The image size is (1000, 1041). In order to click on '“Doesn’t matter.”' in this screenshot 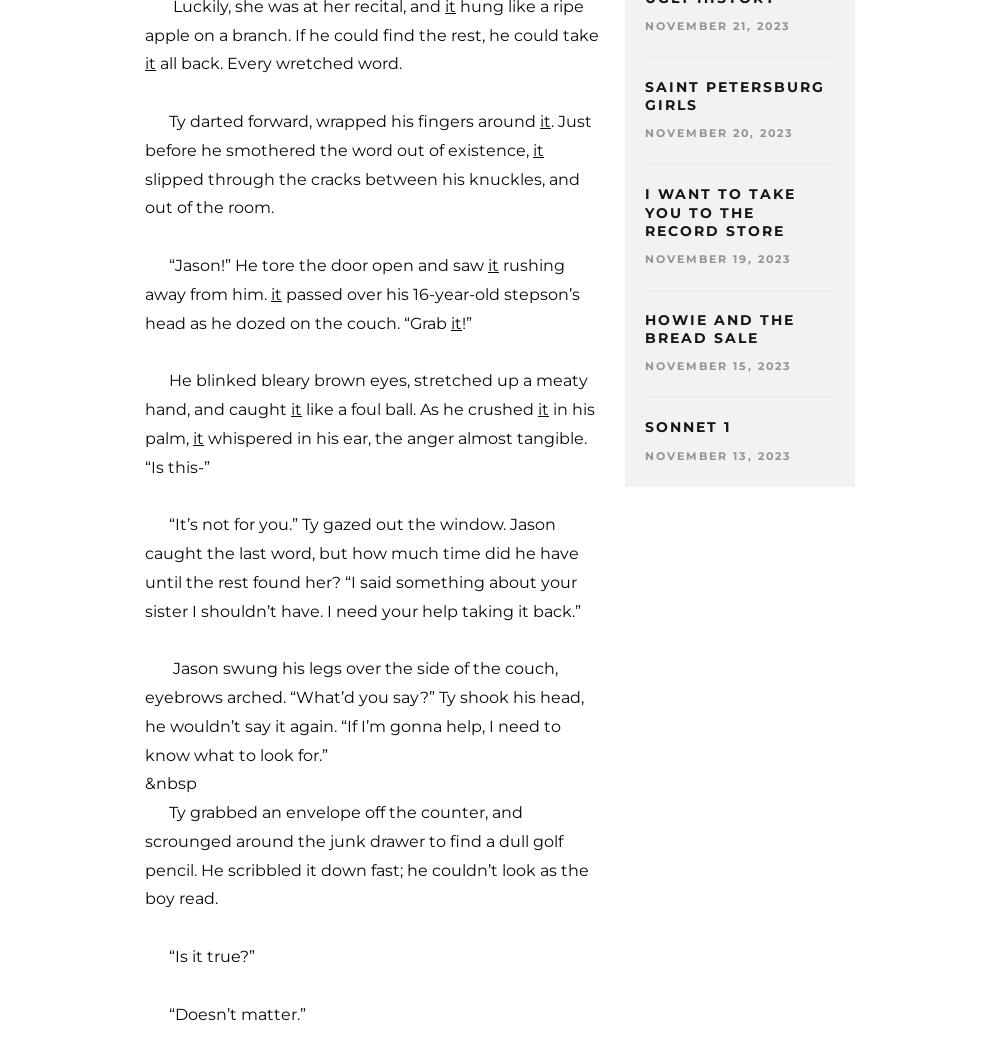, I will do `click(224, 1013)`.